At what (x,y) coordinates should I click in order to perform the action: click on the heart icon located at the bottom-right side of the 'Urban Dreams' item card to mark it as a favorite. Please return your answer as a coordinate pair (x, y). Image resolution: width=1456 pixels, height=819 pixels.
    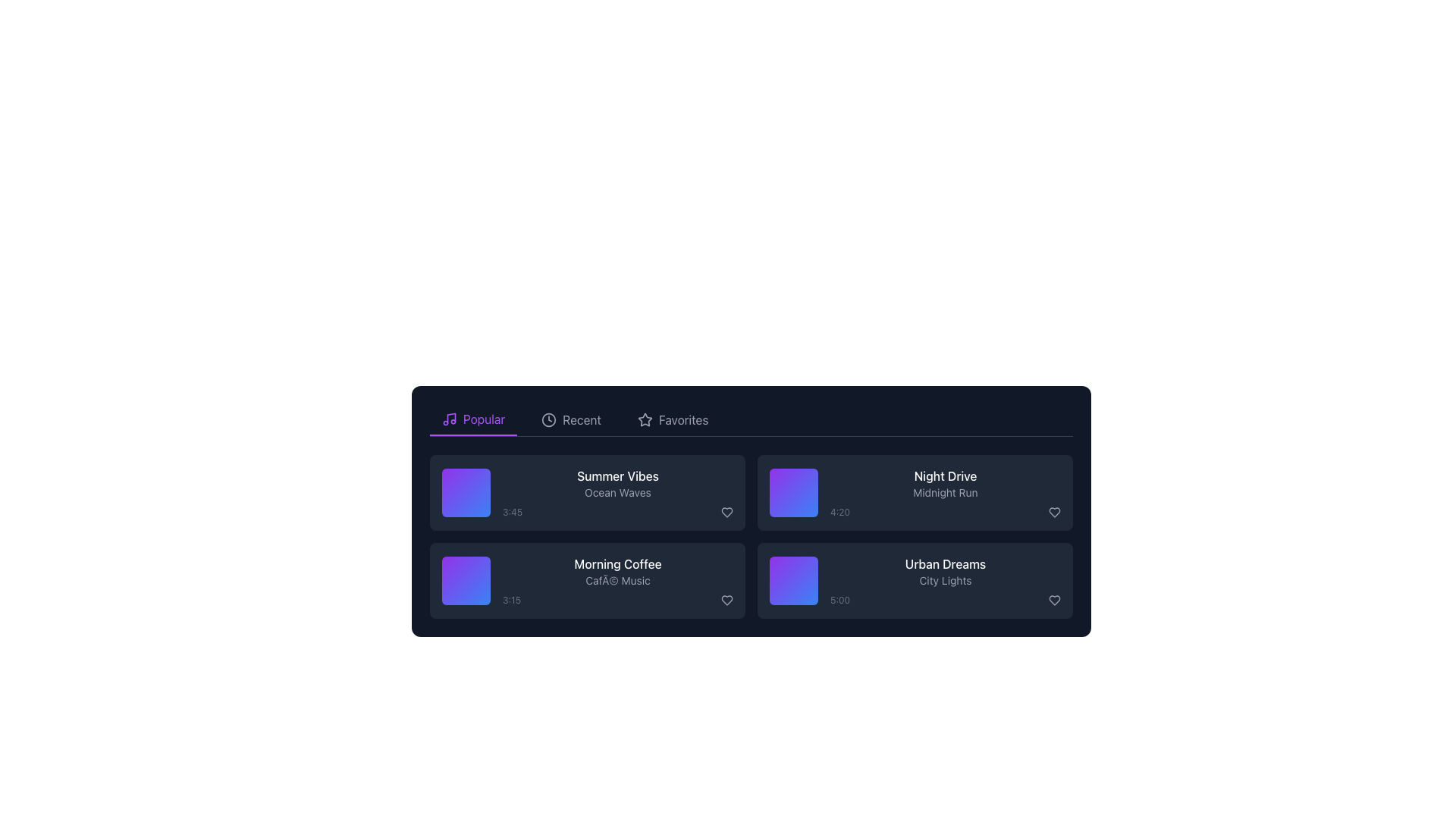
    Looking at the image, I should click on (1054, 599).